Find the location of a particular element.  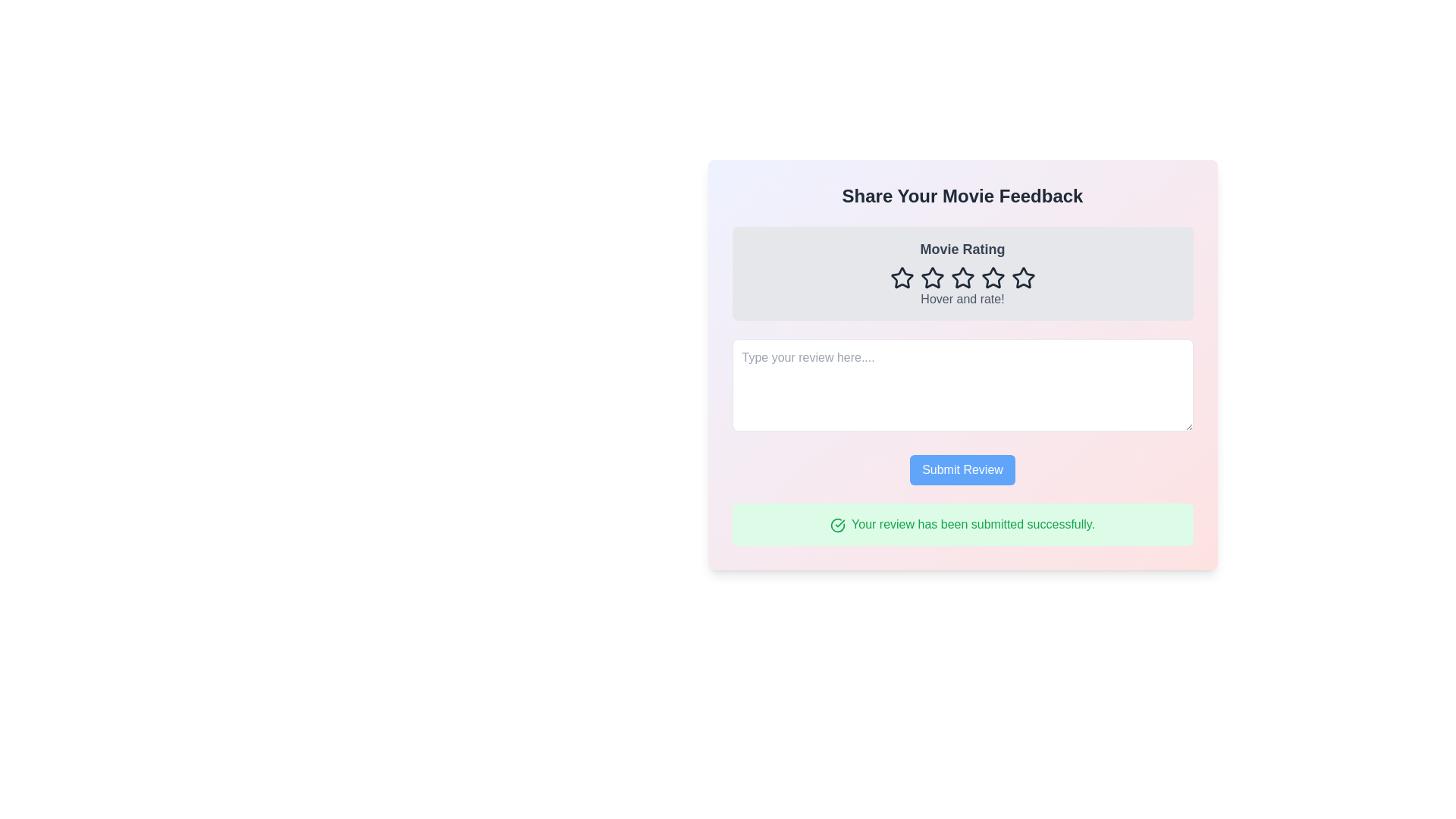

the central star icon in the interactive rating system is located at coordinates (962, 278).